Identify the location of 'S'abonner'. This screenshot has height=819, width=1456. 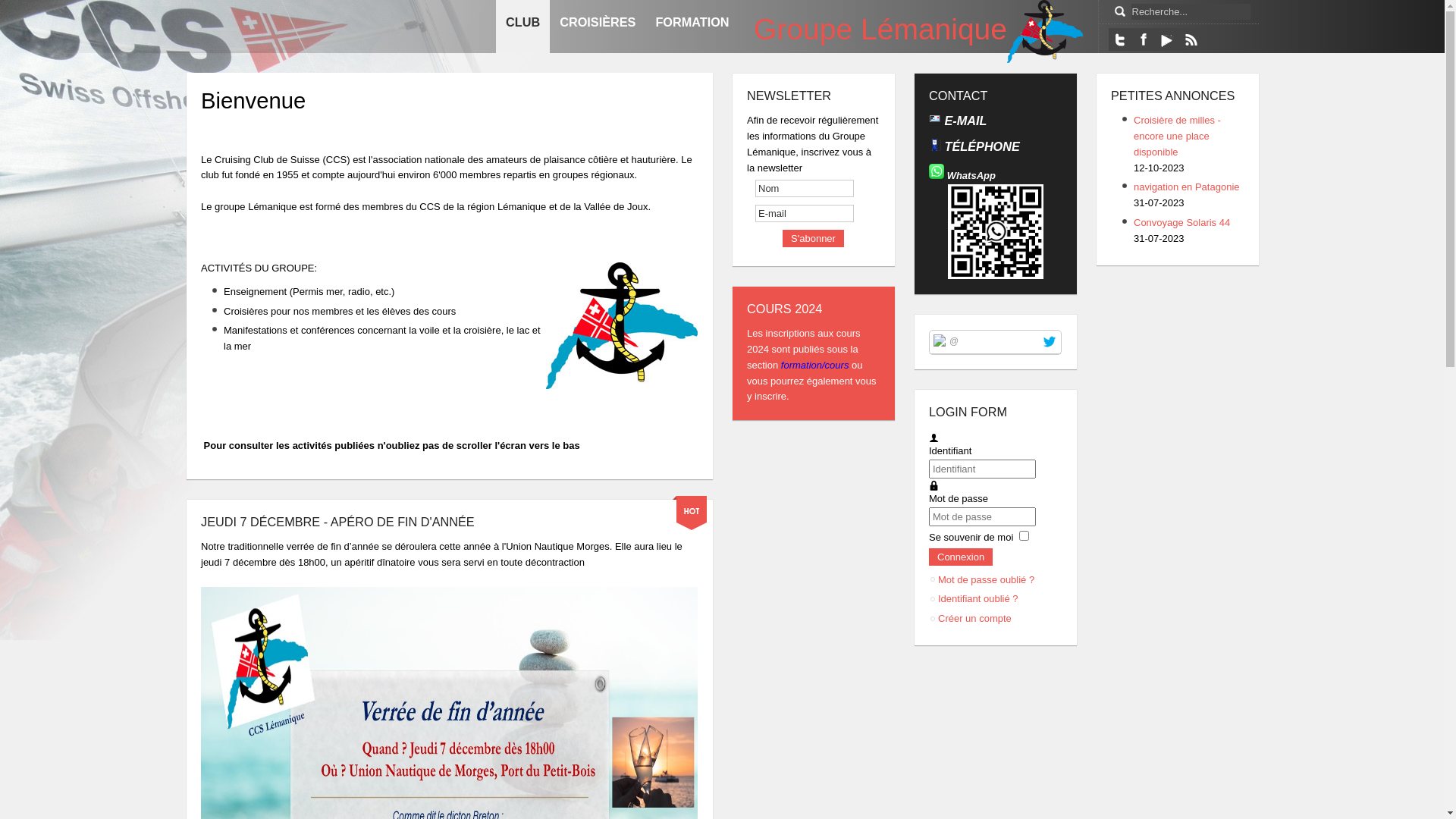
(812, 238).